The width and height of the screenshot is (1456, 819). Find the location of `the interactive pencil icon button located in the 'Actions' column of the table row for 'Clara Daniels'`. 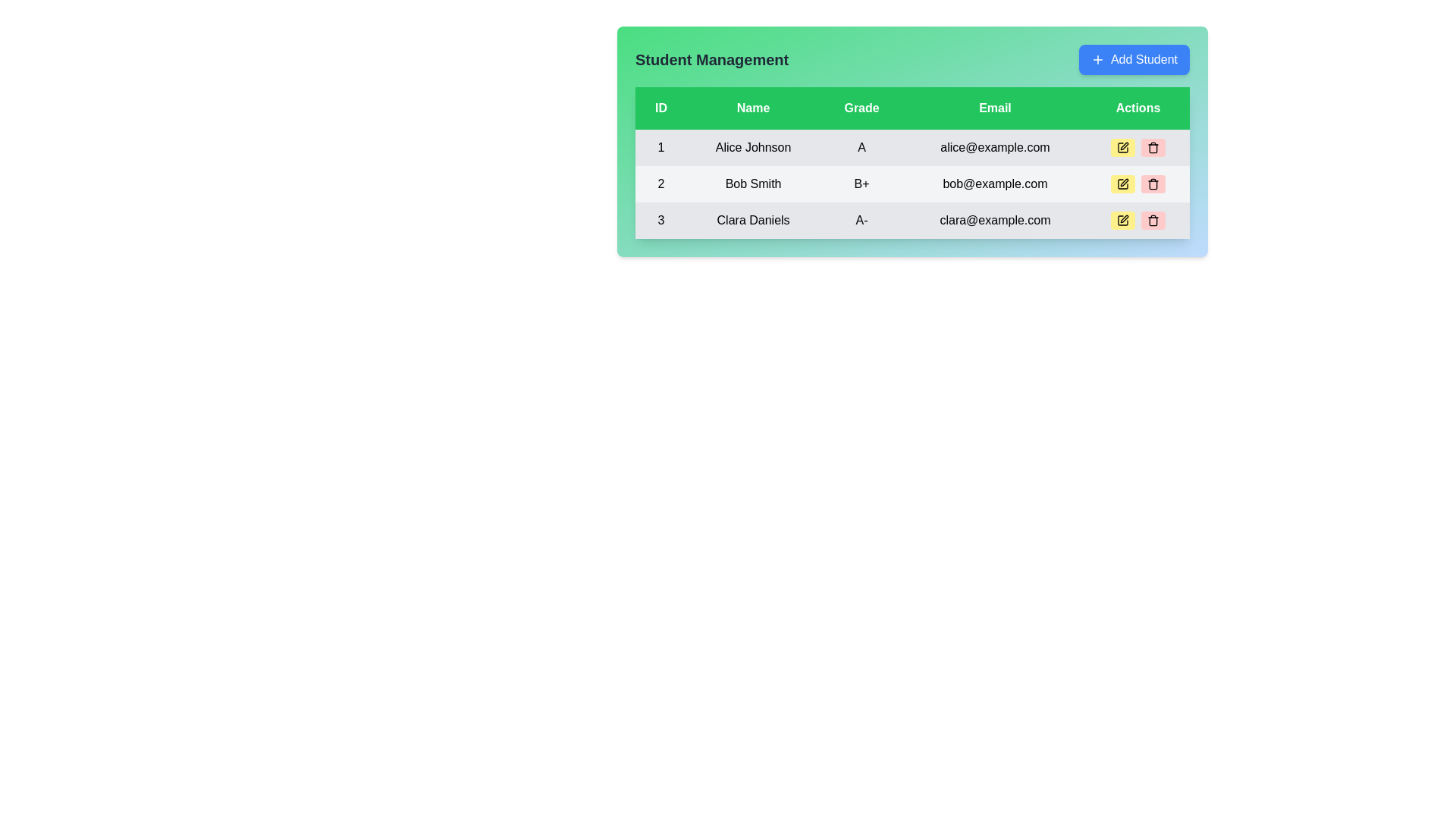

the interactive pencil icon button located in the 'Actions' column of the table row for 'Clara Daniels' is located at coordinates (1122, 220).